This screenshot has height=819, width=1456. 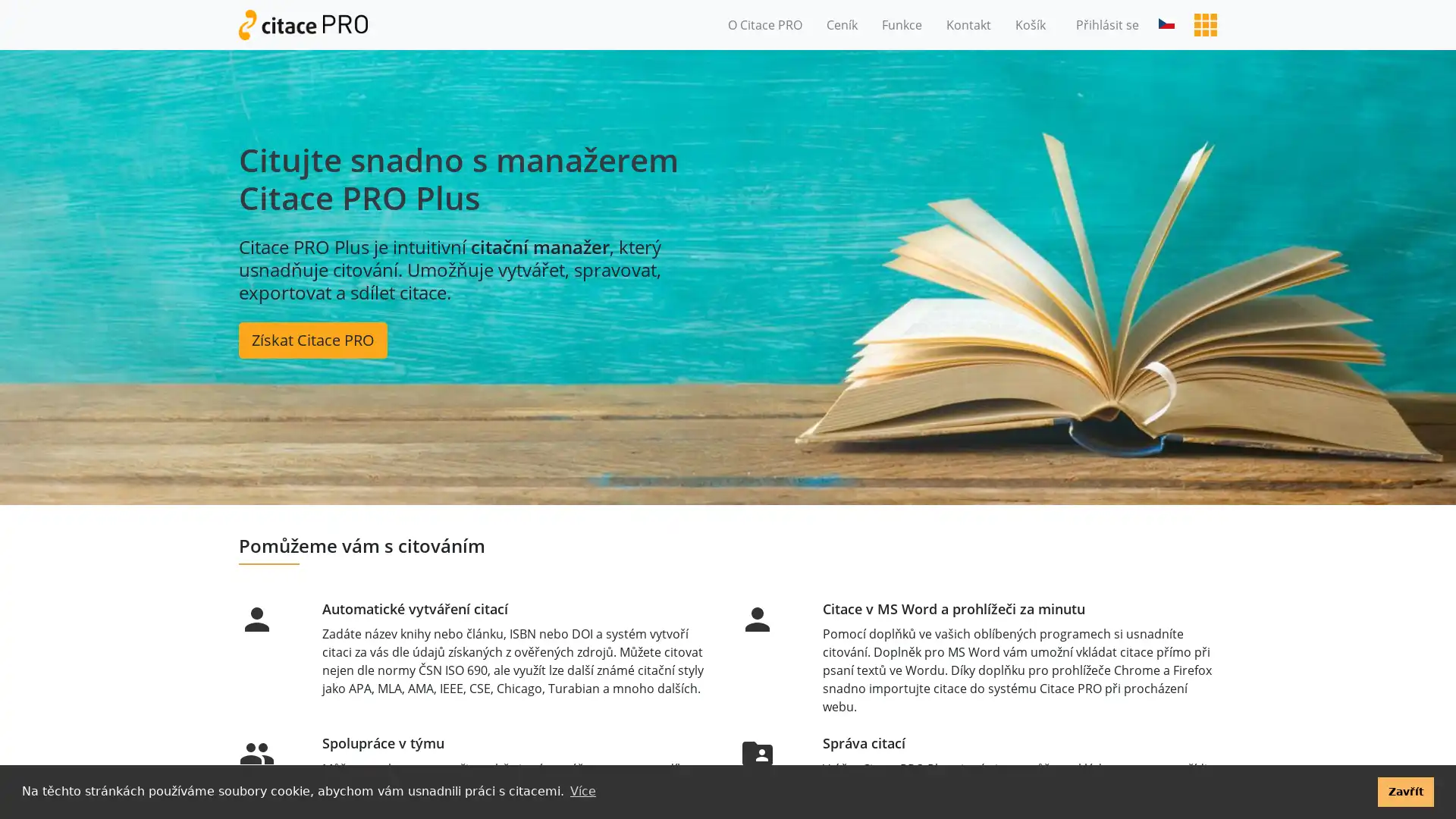 What do you see at coordinates (1404, 791) in the screenshot?
I see `dismiss cookie message` at bounding box center [1404, 791].